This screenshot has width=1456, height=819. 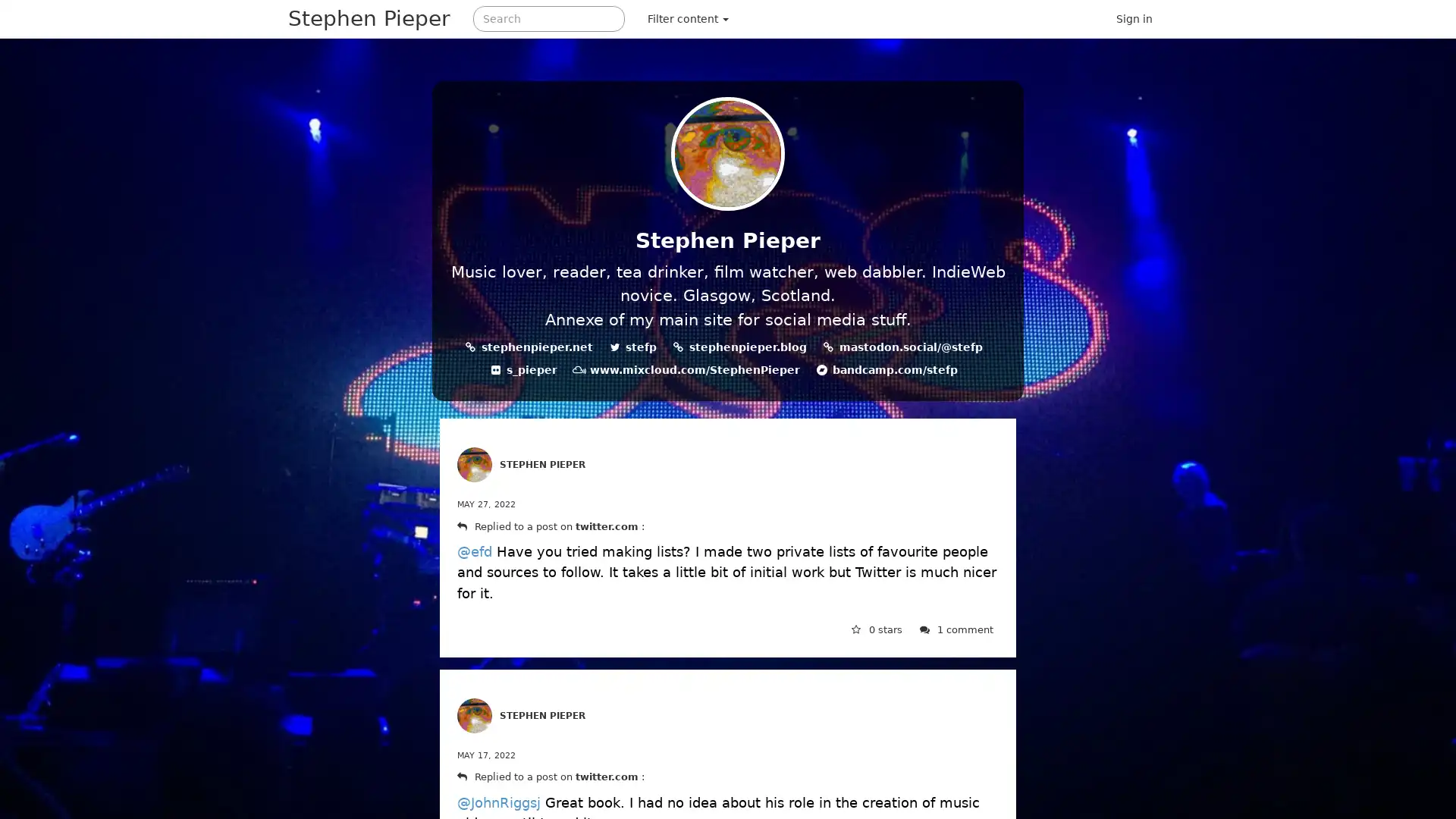 I want to click on Filter content, so click(x=687, y=18).